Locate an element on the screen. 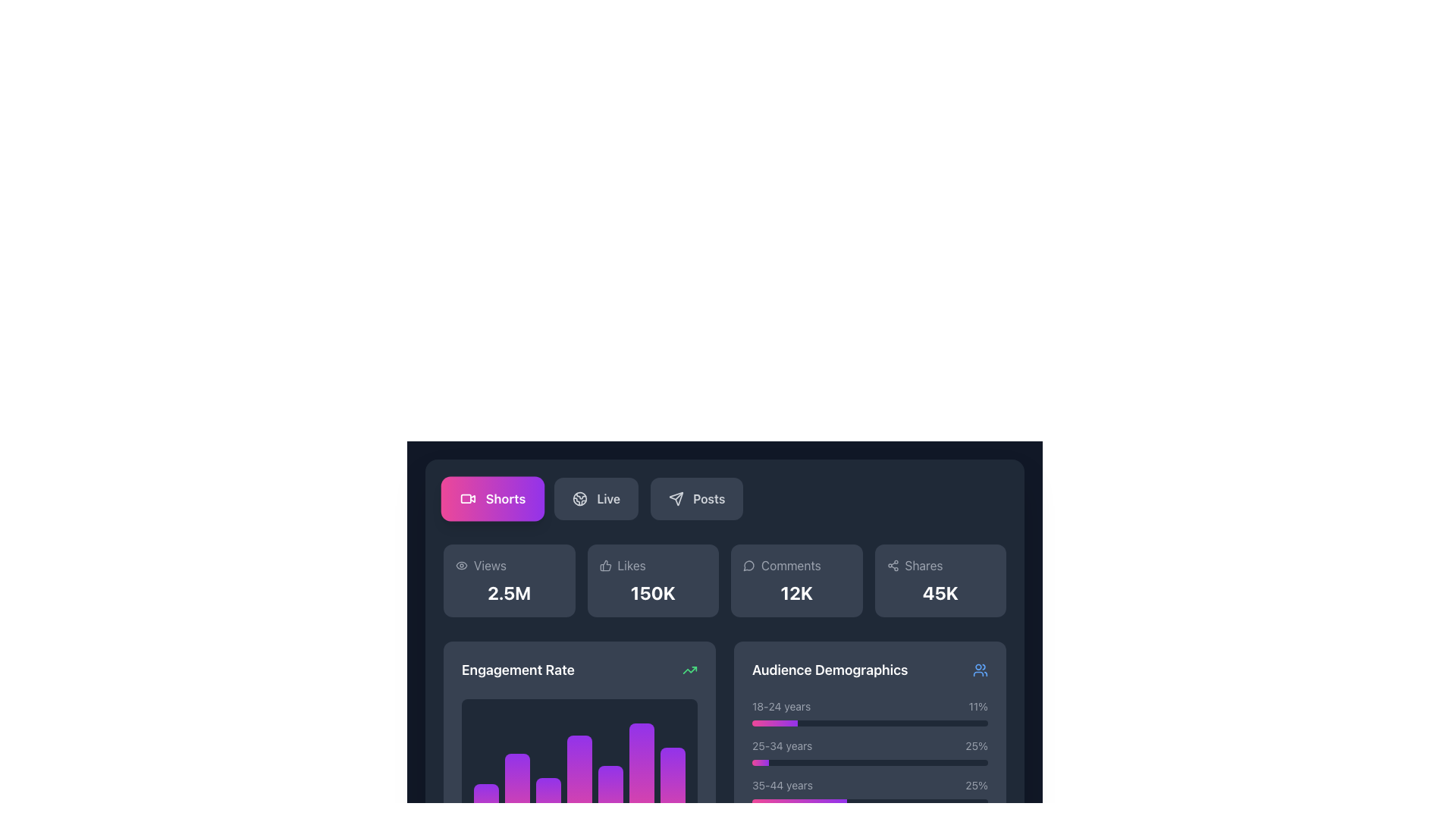 The height and width of the screenshot is (819, 1456). the 'Shares' label text is located at coordinates (940, 565).